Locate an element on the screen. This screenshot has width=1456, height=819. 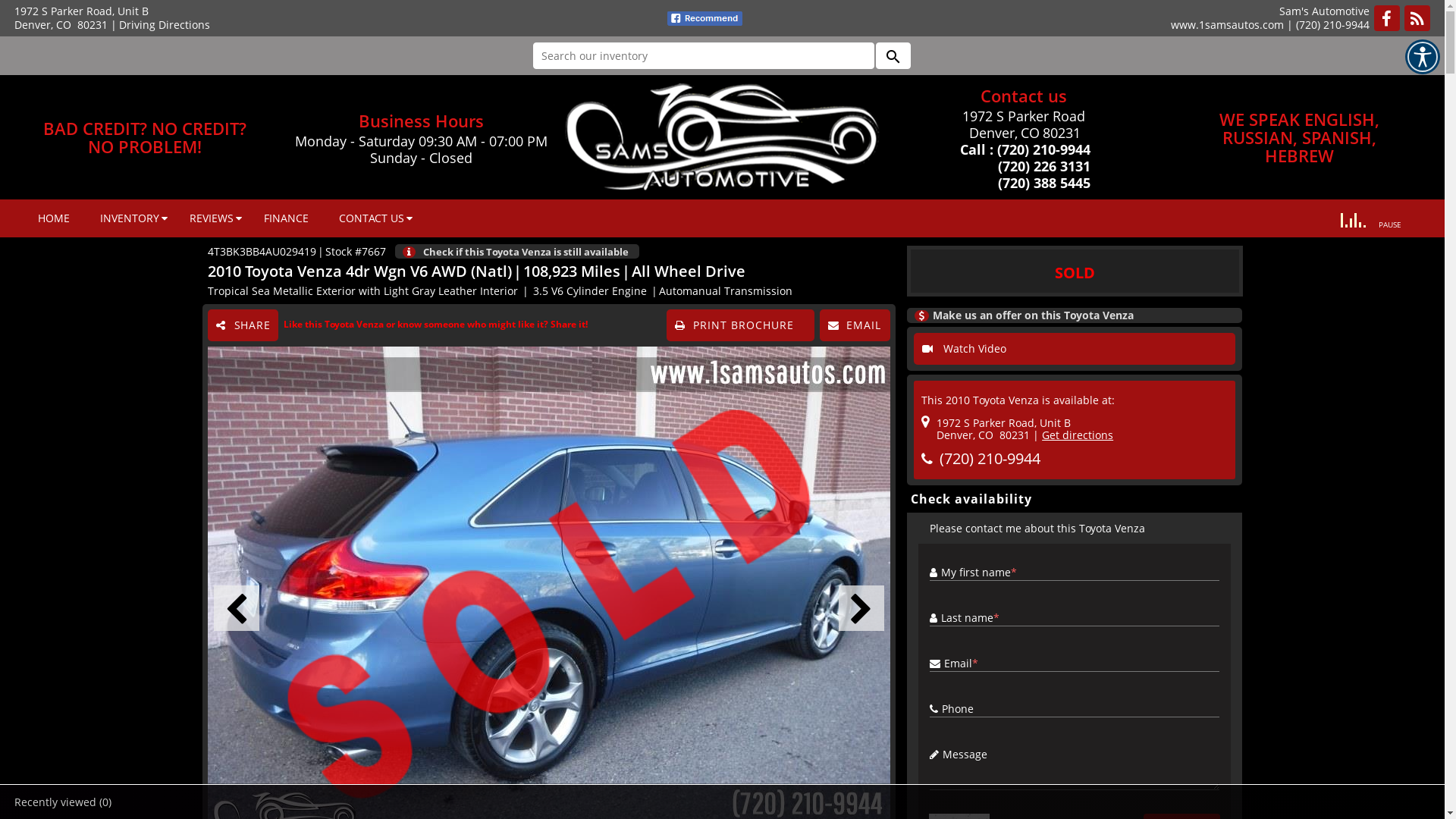
'           (720) 388 5445' is located at coordinates (955, 181).